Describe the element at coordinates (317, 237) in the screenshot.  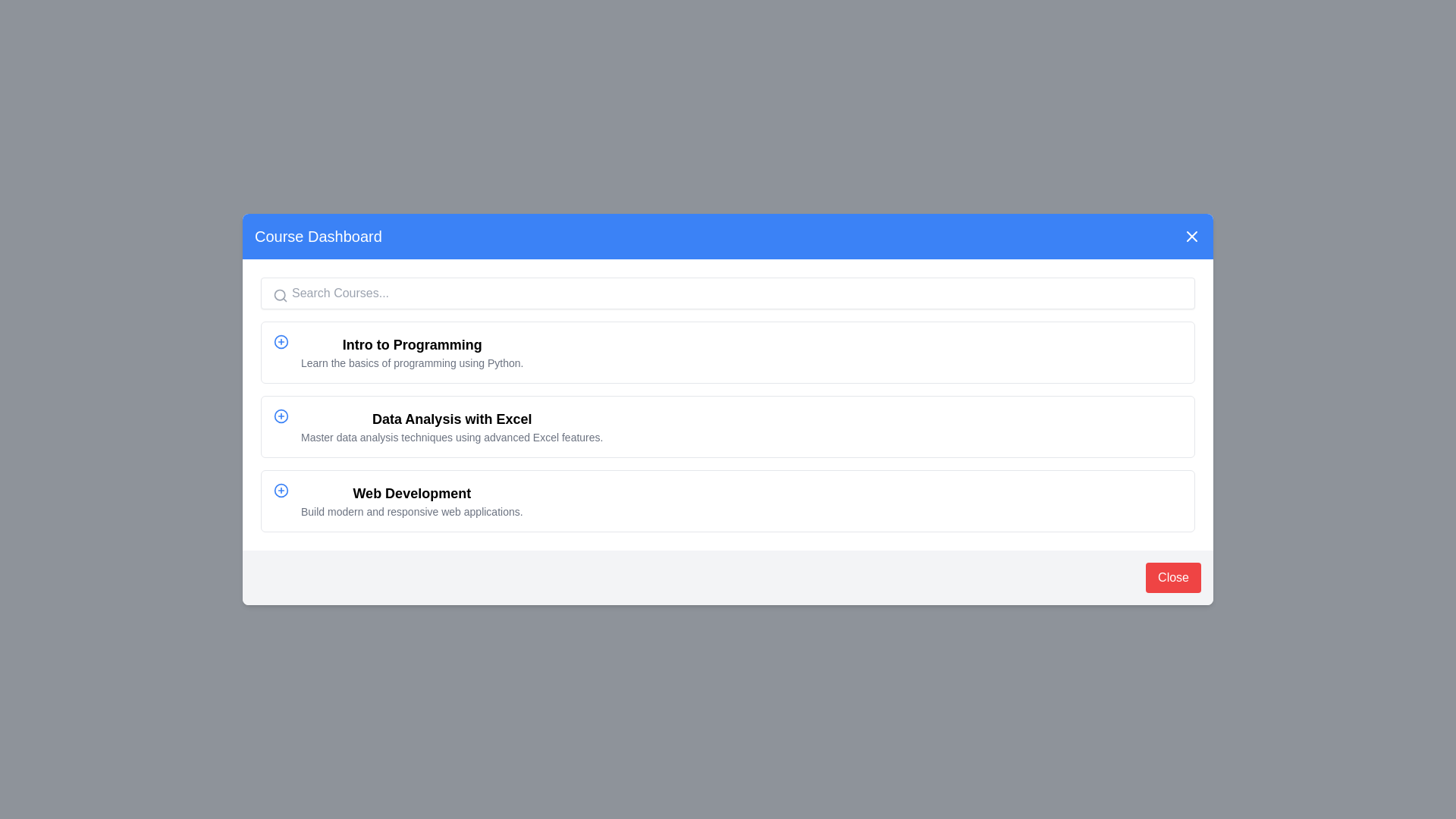
I see `the Text Label that serves as the title of the modal dialog, which is positioned at the top left of the blue header bar in the modal window` at that location.